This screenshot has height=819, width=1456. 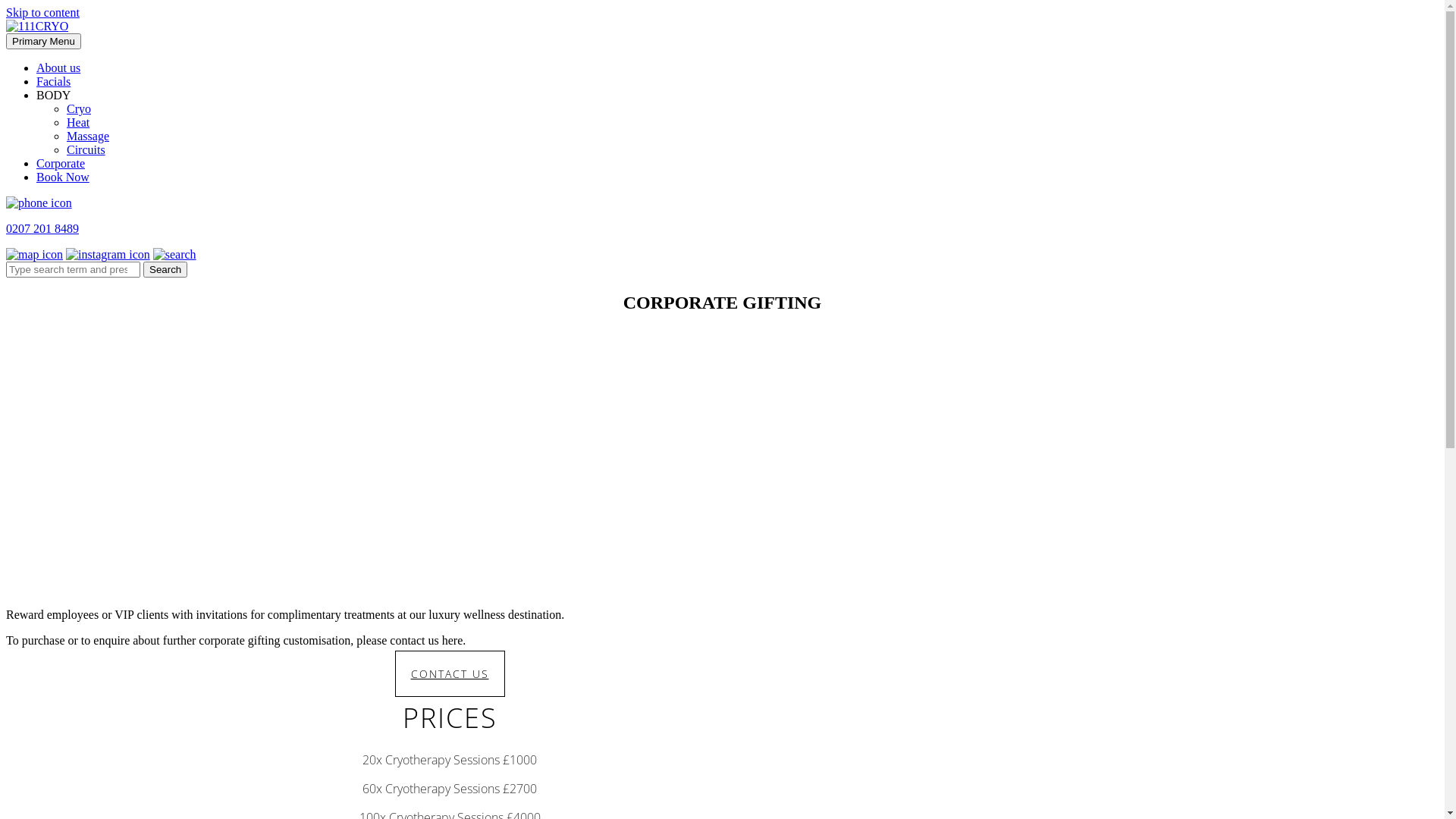 I want to click on 'Circuits', so click(x=65, y=149).